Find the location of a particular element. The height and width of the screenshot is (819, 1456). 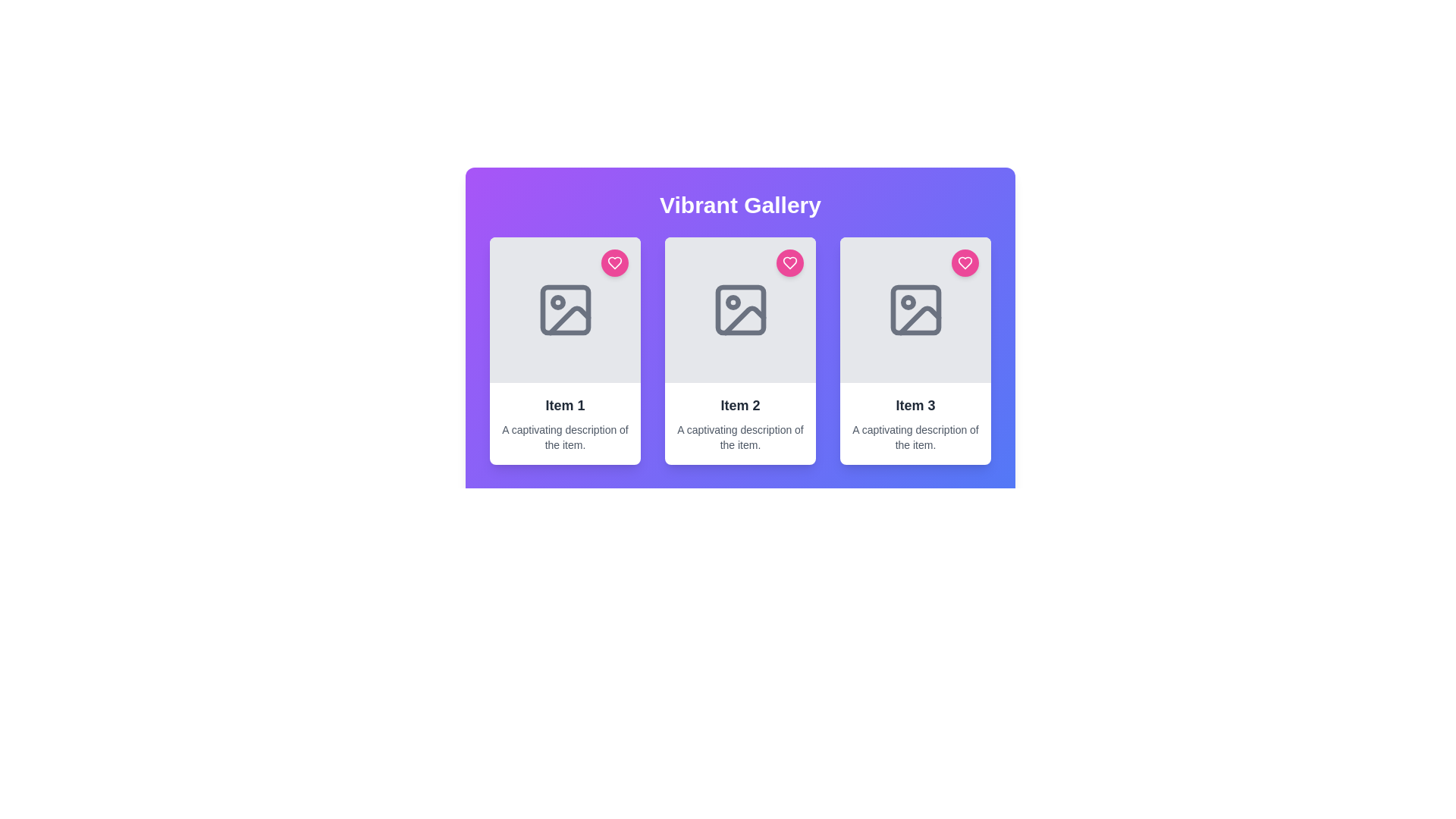

text content of the informational text area that includes the bold title 'Item 2' and the description 'A captivating description of the item.' is located at coordinates (740, 424).